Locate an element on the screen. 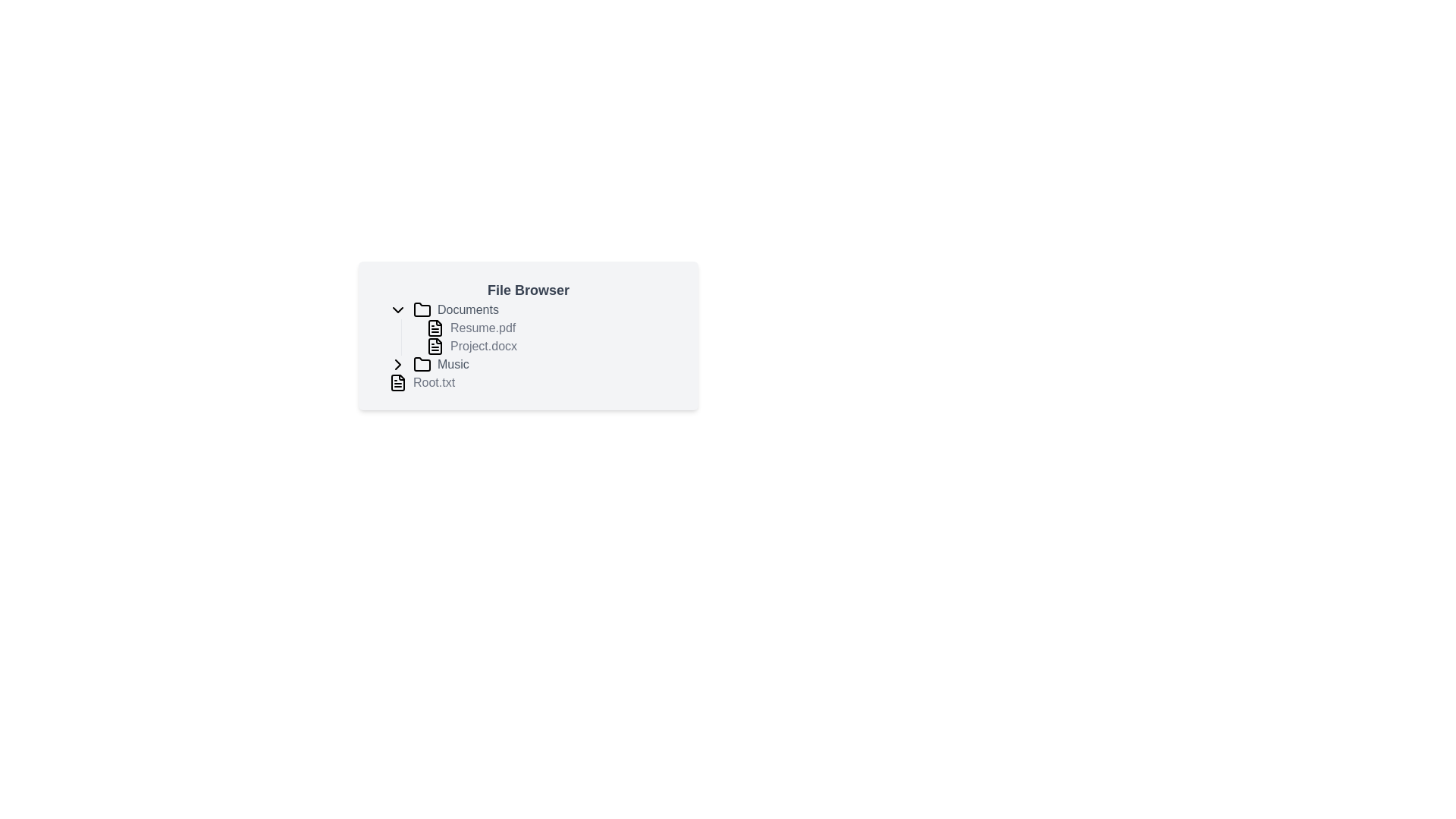  the file listing entry for 'Resume.pdf' located is located at coordinates (552, 327).